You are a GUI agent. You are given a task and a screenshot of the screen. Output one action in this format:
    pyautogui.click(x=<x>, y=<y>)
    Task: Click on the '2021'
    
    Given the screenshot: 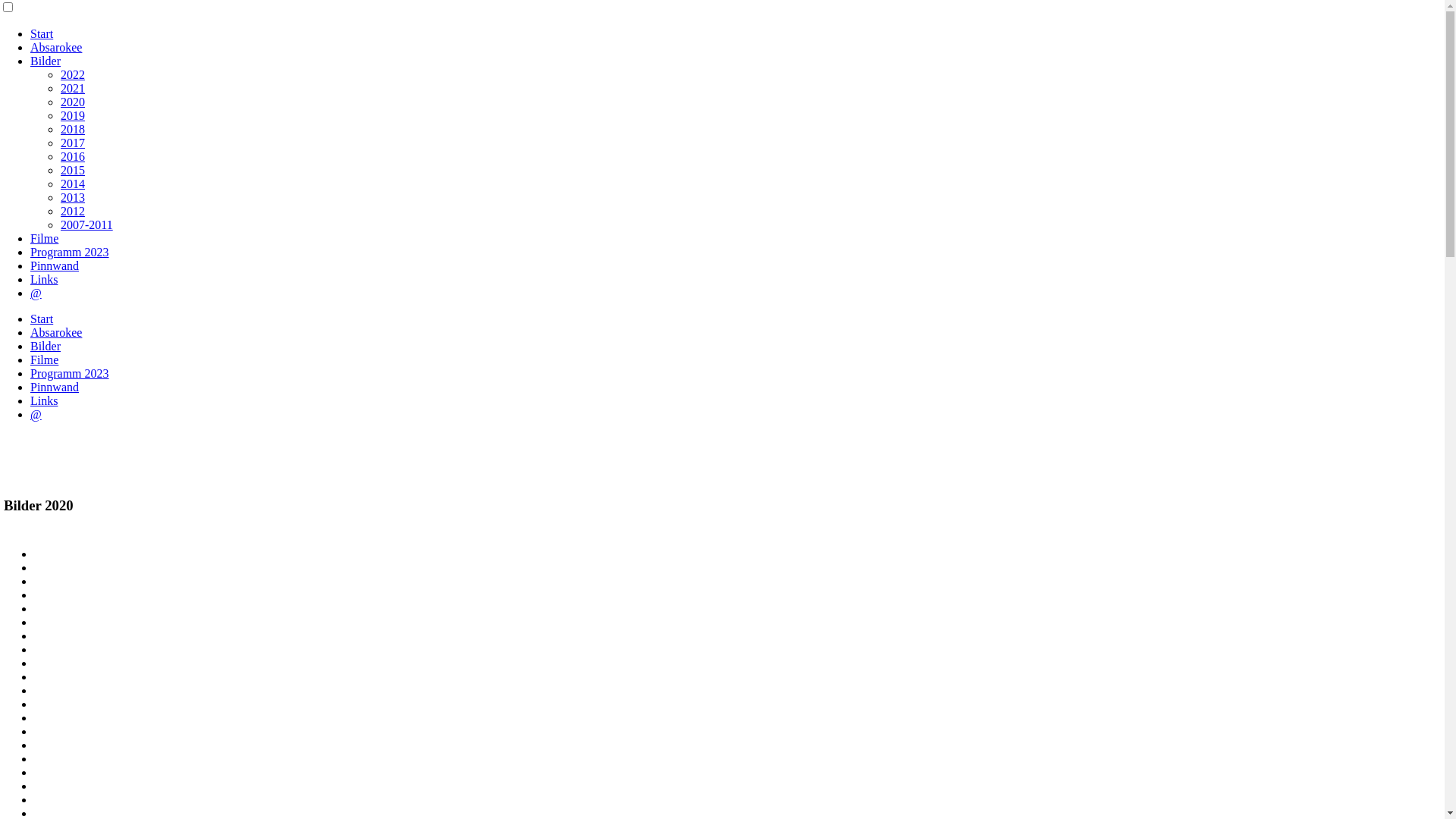 What is the action you would take?
    pyautogui.click(x=72, y=88)
    